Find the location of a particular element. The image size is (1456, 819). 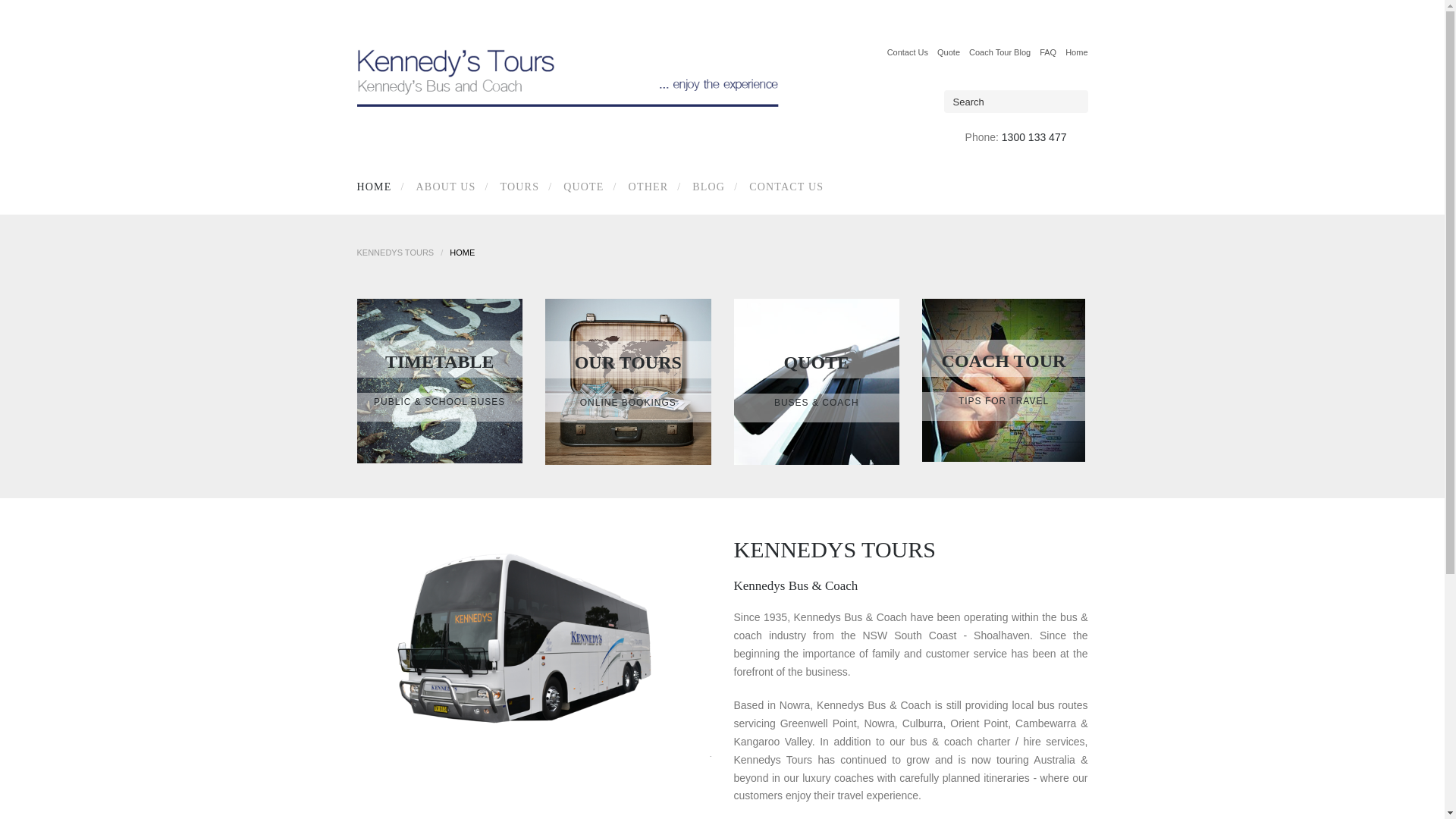

'Coach Tour Blog' is located at coordinates (999, 52).